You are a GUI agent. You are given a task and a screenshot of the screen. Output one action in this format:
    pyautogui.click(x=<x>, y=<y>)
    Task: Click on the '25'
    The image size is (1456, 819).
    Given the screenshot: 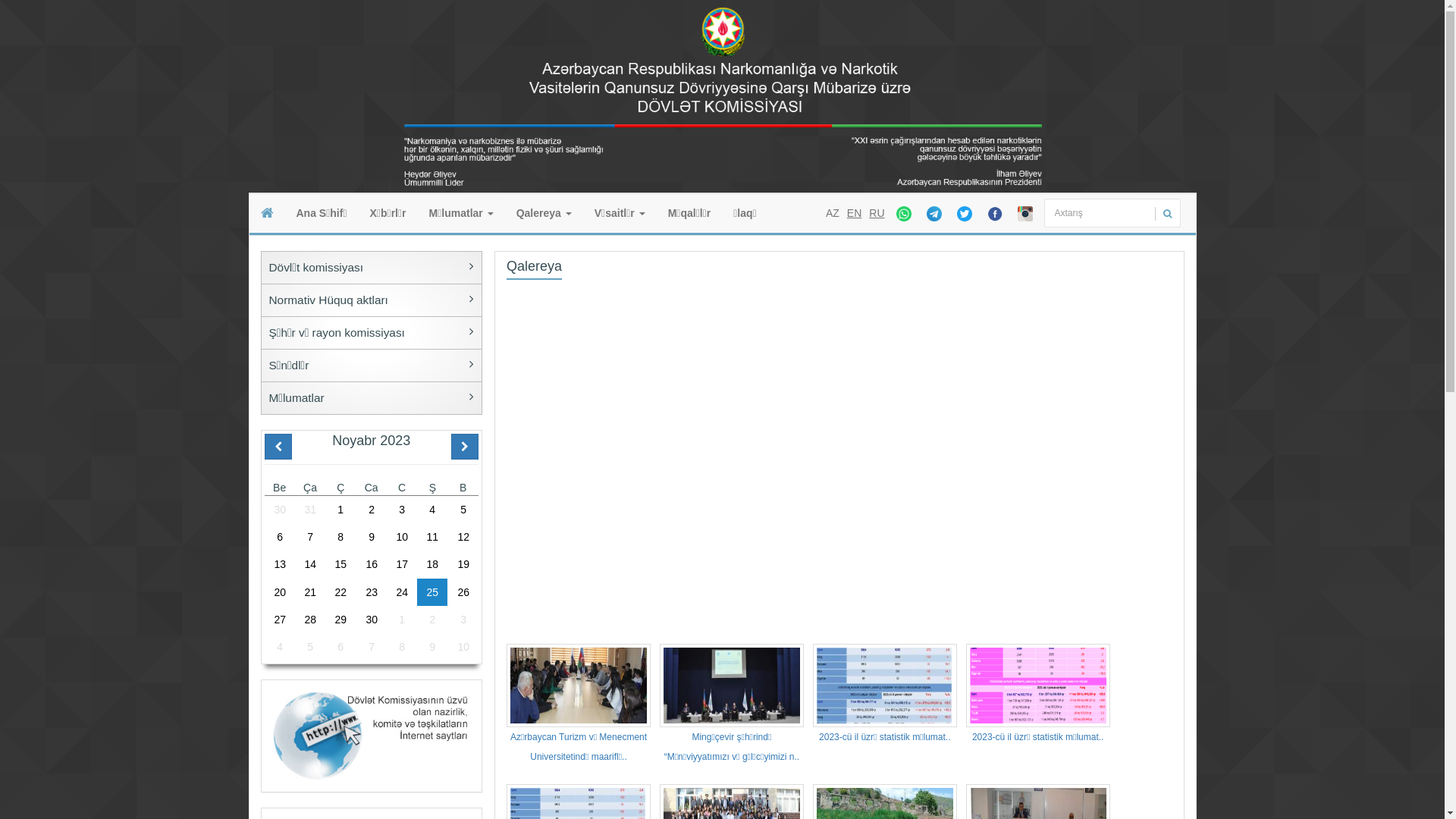 What is the action you would take?
    pyautogui.click(x=431, y=591)
    